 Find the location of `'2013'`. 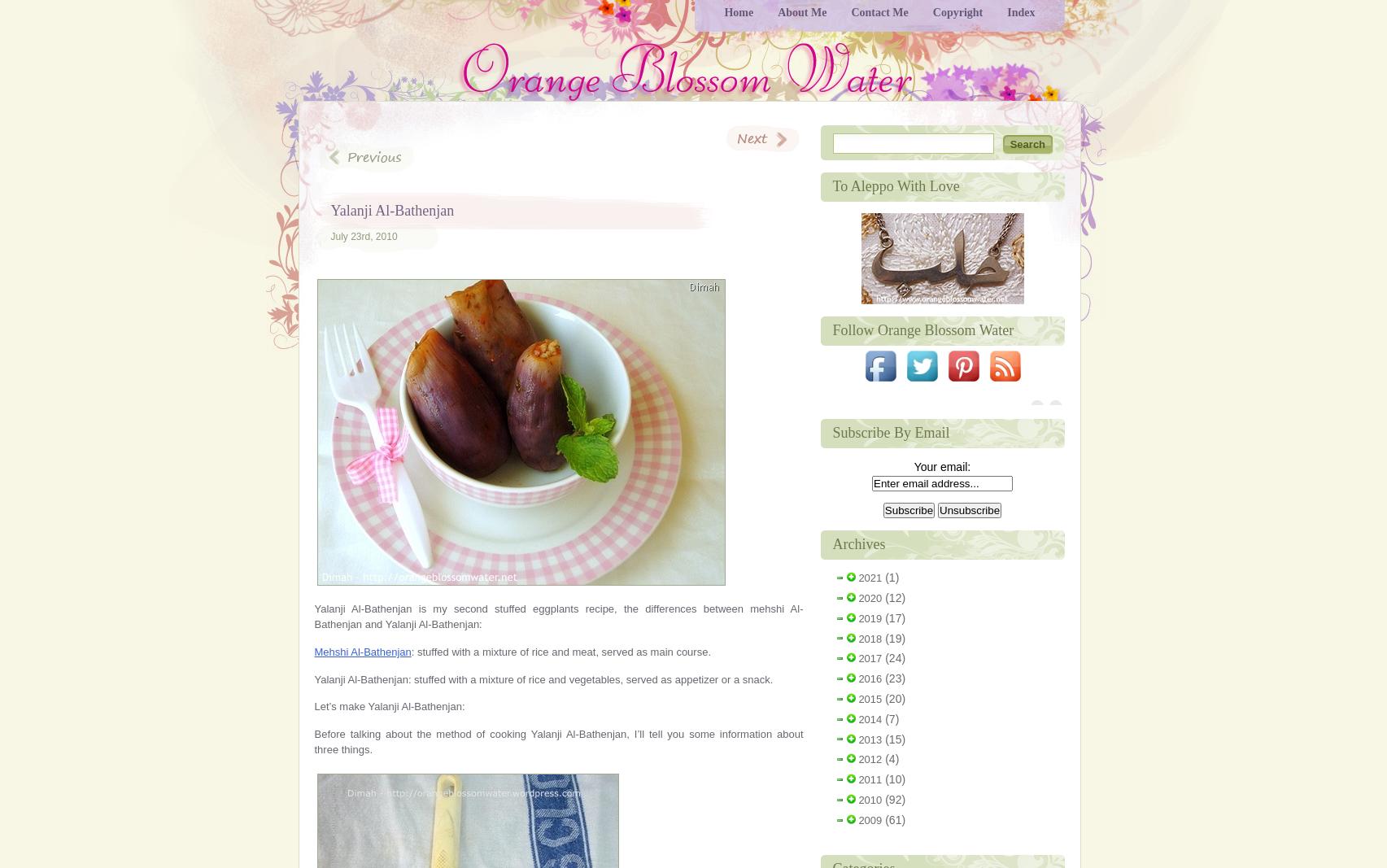

'2013' is located at coordinates (869, 739).